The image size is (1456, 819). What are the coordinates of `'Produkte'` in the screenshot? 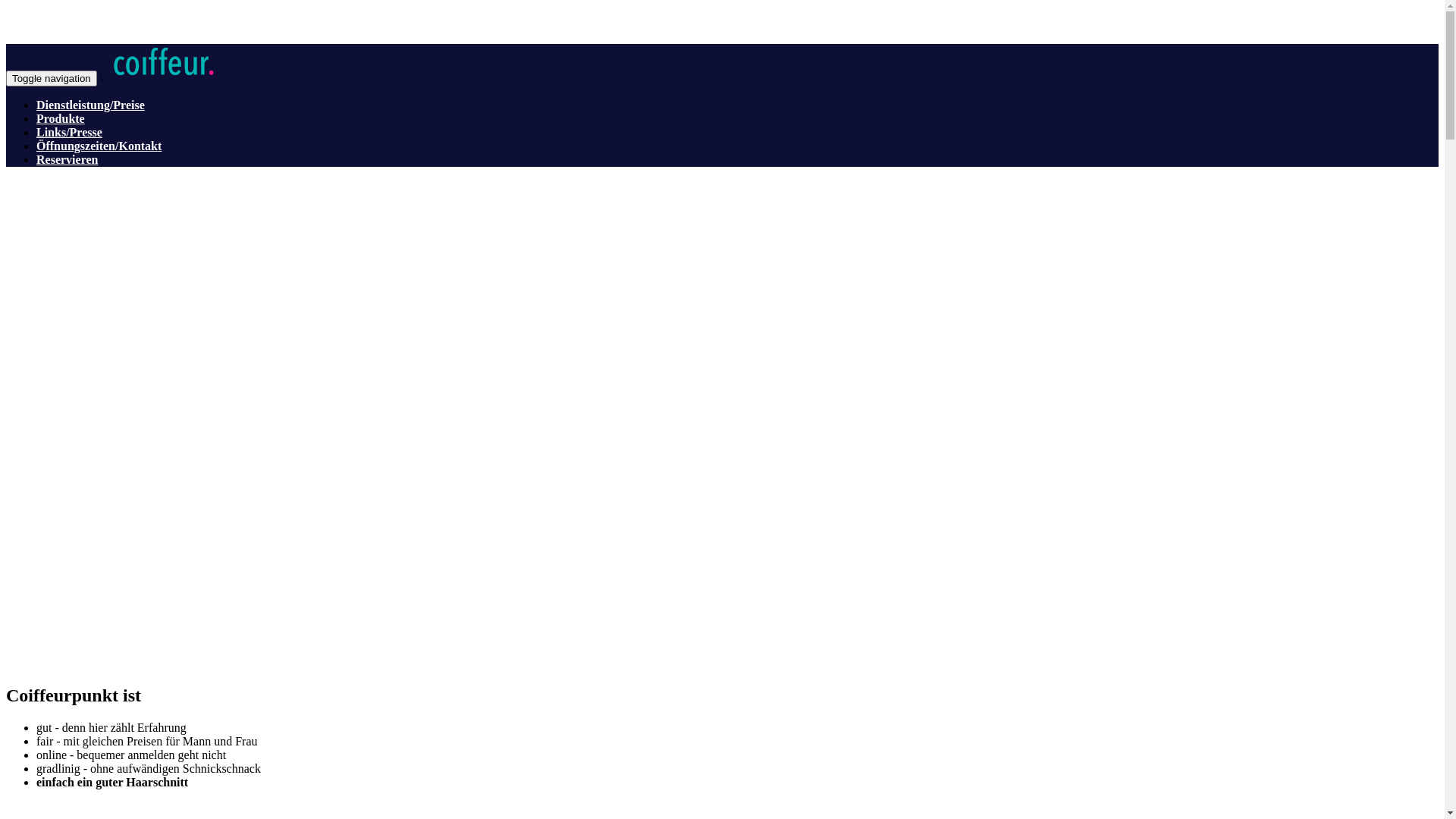 It's located at (36, 118).